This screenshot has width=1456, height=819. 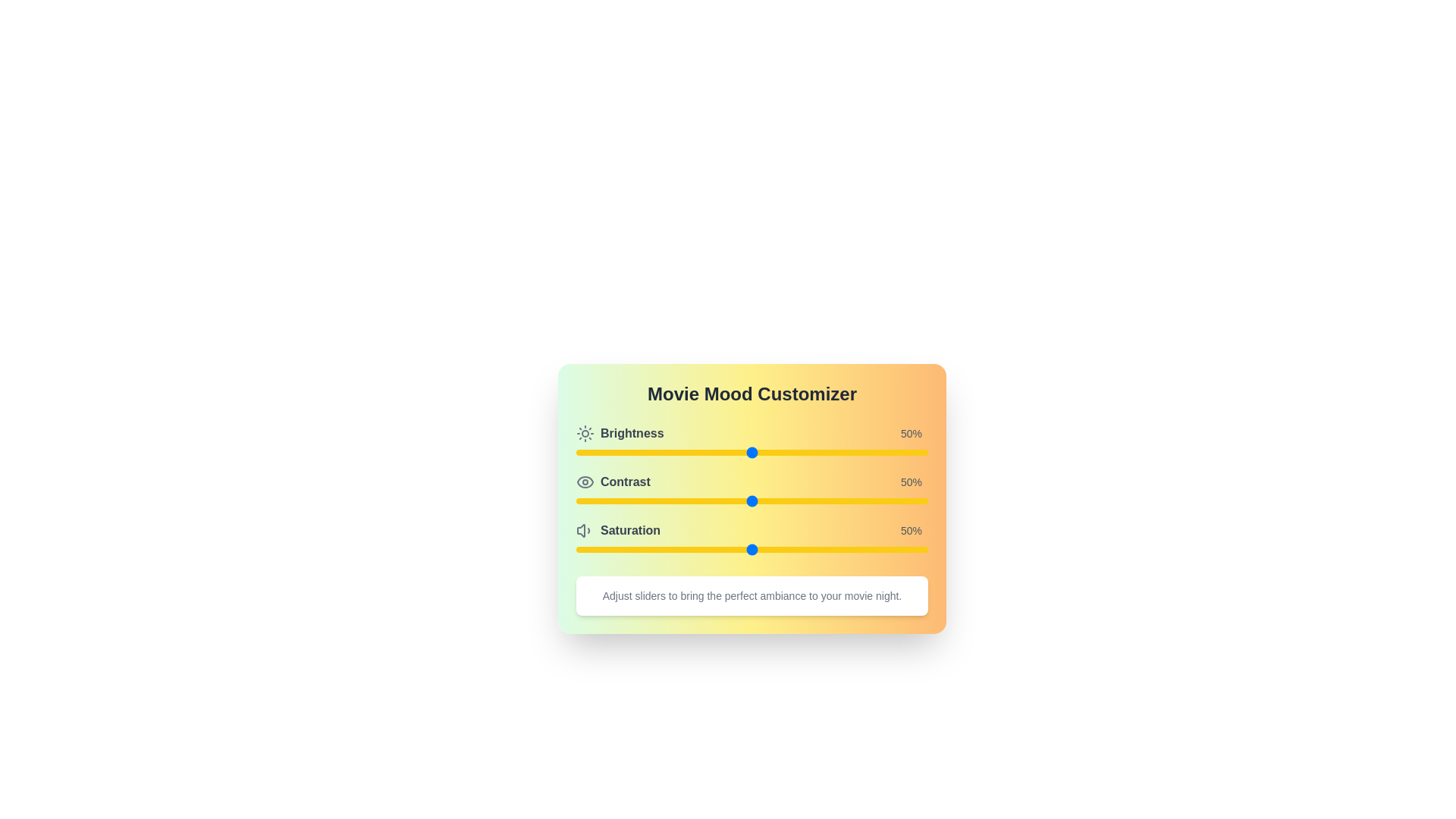 What do you see at coordinates (681, 550) in the screenshot?
I see `the slider` at bounding box center [681, 550].